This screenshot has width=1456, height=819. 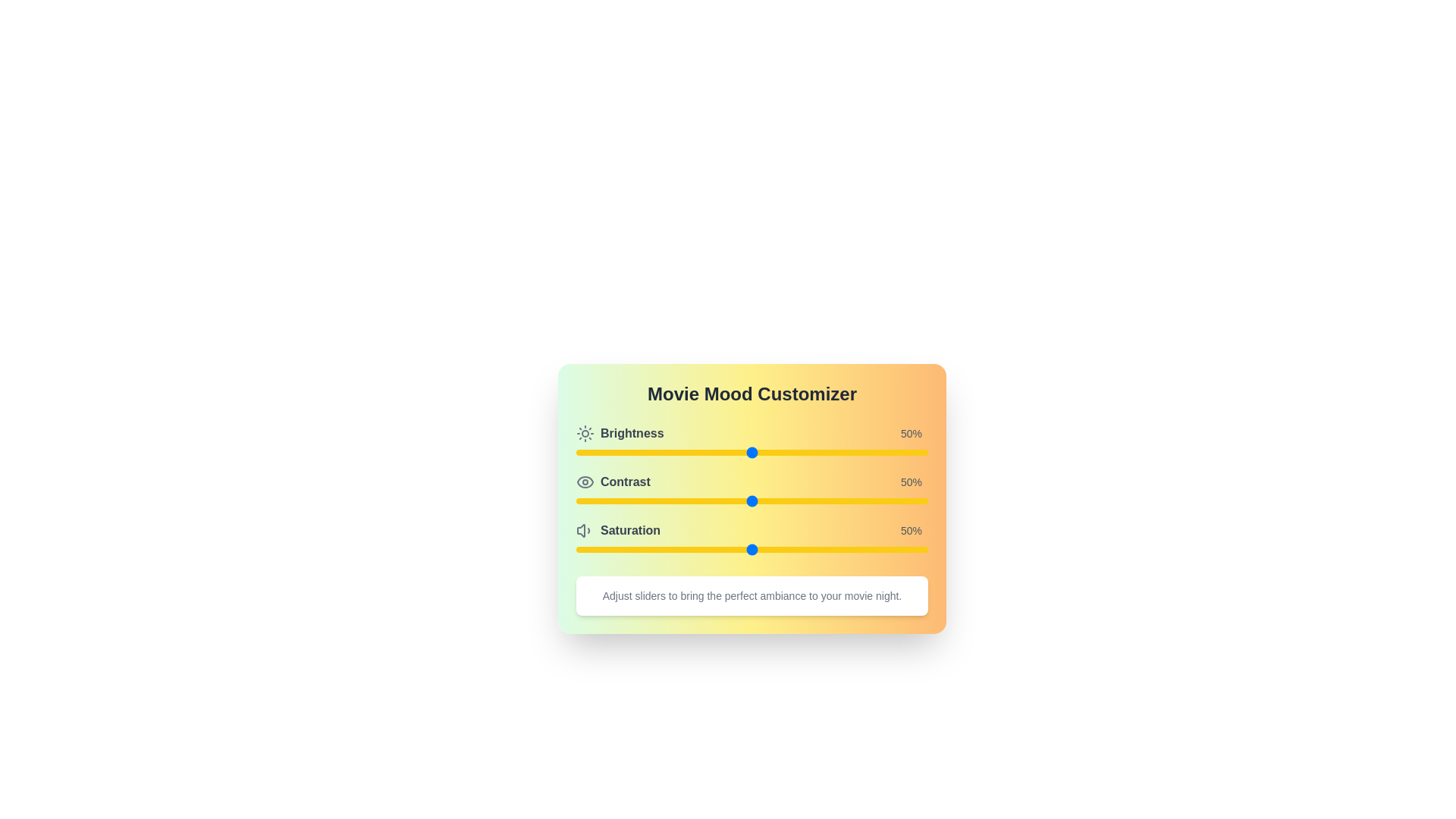 What do you see at coordinates (681, 550) in the screenshot?
I see `the slider` at bounding box center [681, 550].